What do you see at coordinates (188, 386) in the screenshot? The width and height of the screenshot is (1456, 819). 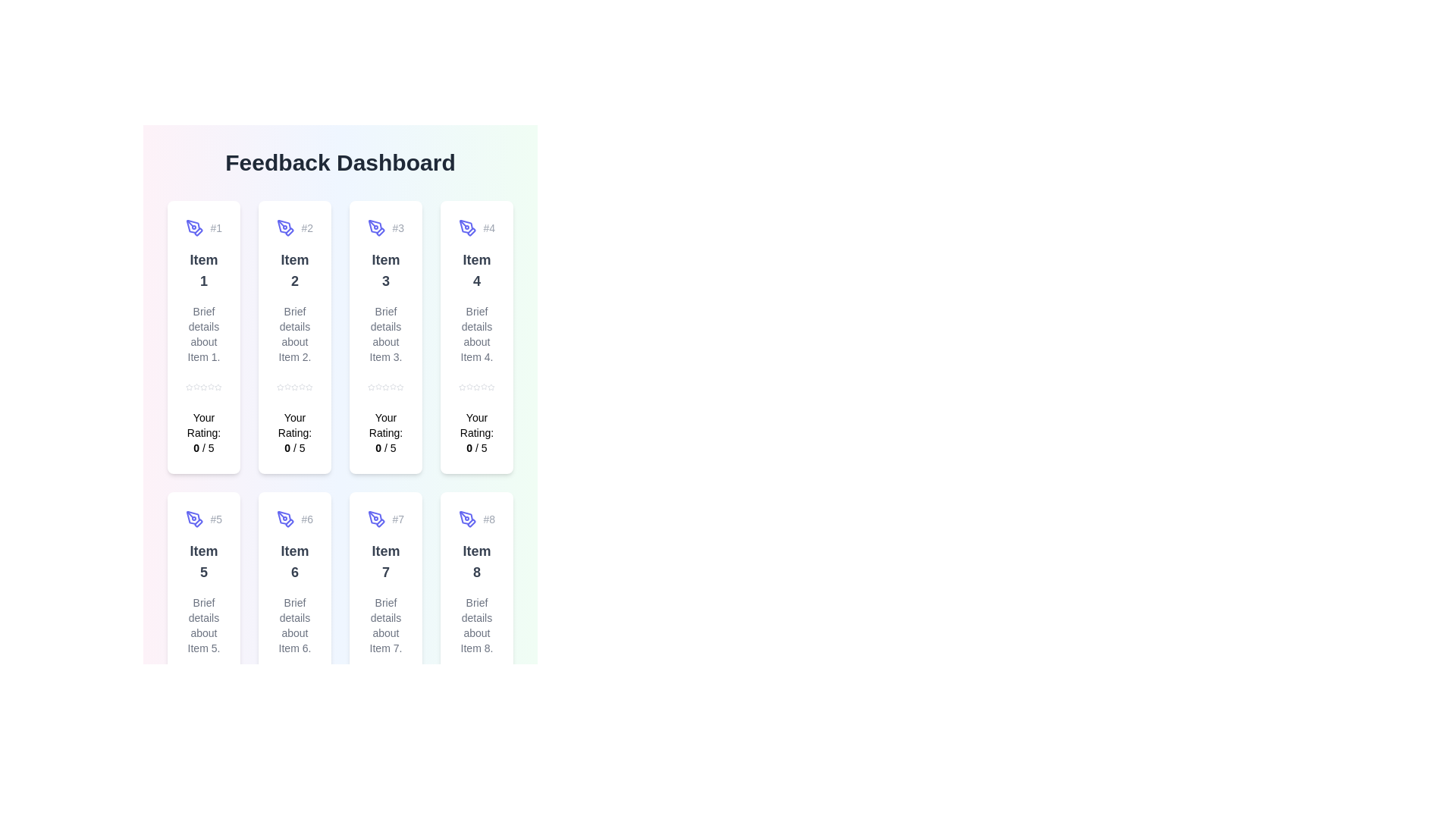 I see `the rating of an item to 1 stars by clicking on the corresponding star` at bounding box center [188, 386].